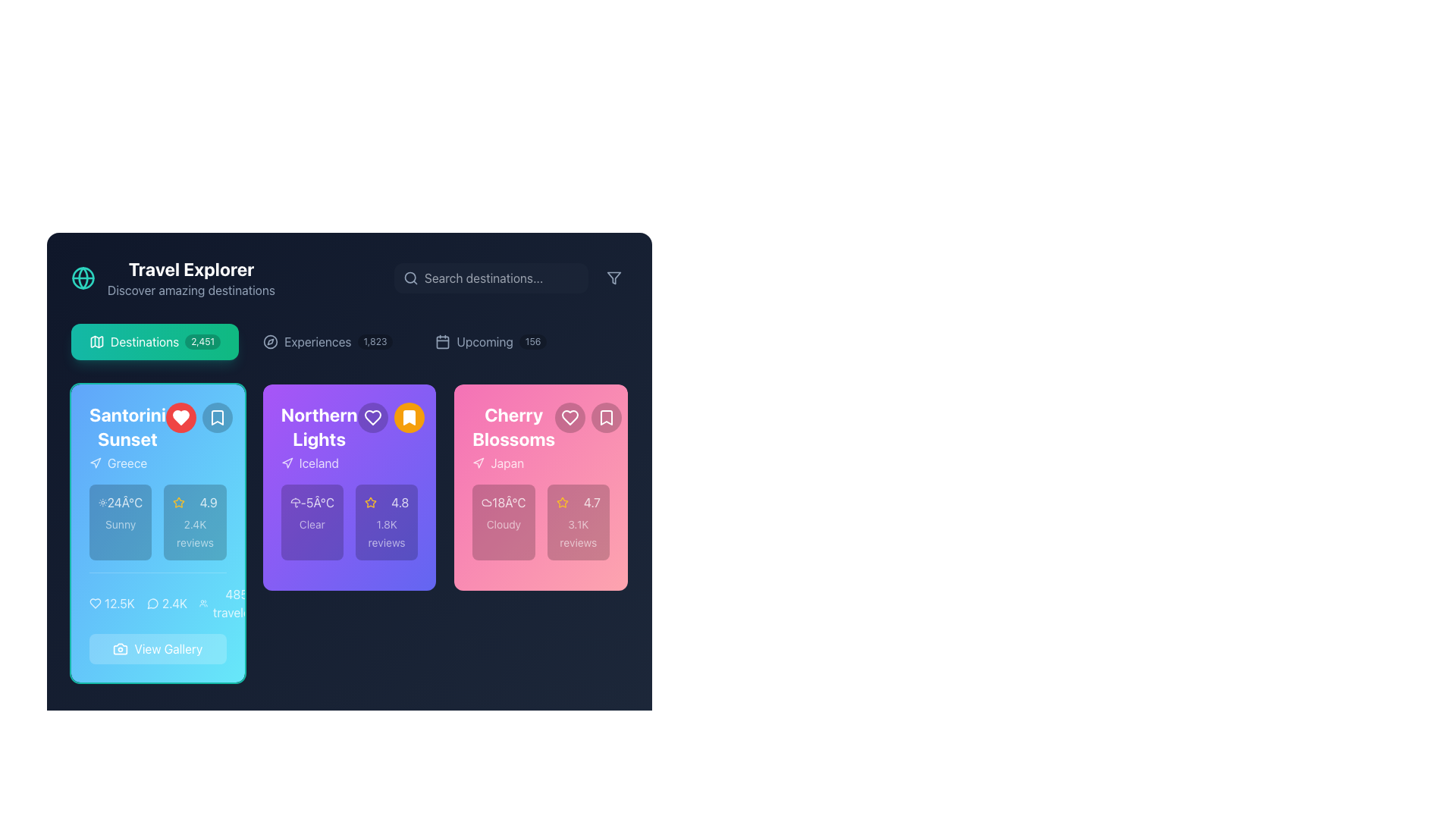  Describe the element at coordinates (270, 342) in the screenshot. I see `the compass-style icon within the 'Experiences' menu bar` at that location.